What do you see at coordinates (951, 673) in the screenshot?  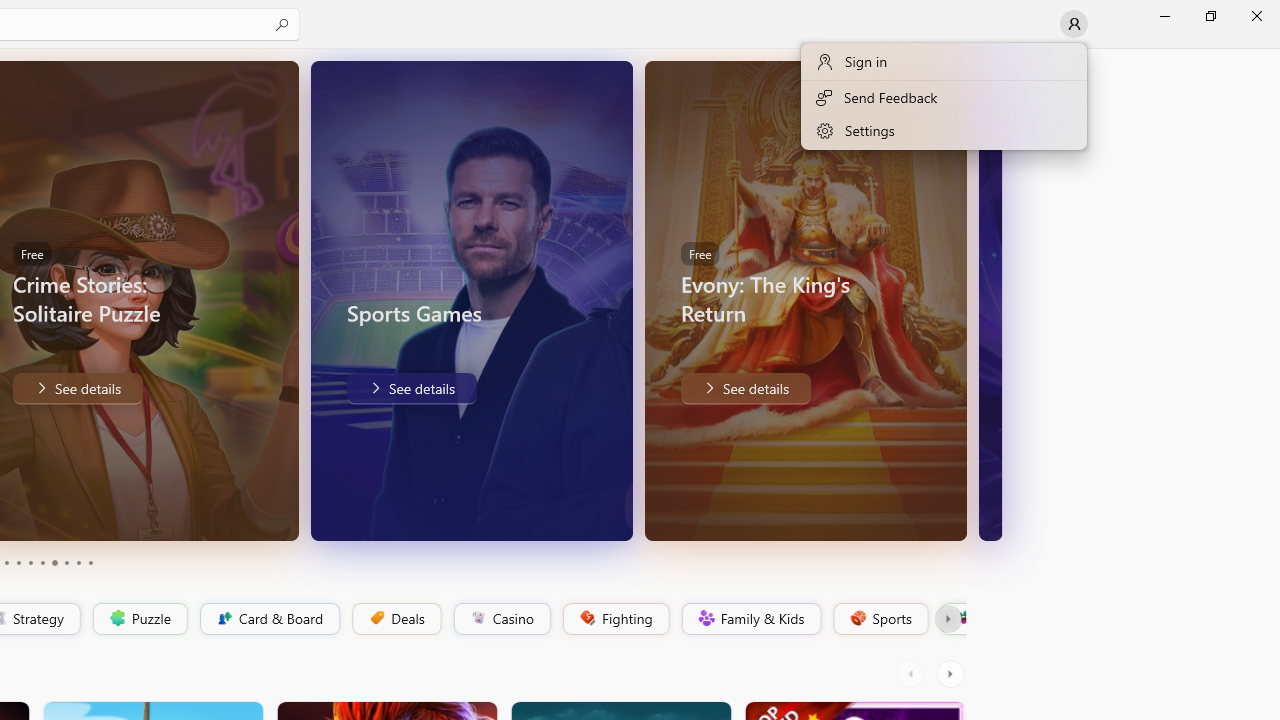 I see `'AutomationID: RightScrollButton'` at bounding box center [951, 673].